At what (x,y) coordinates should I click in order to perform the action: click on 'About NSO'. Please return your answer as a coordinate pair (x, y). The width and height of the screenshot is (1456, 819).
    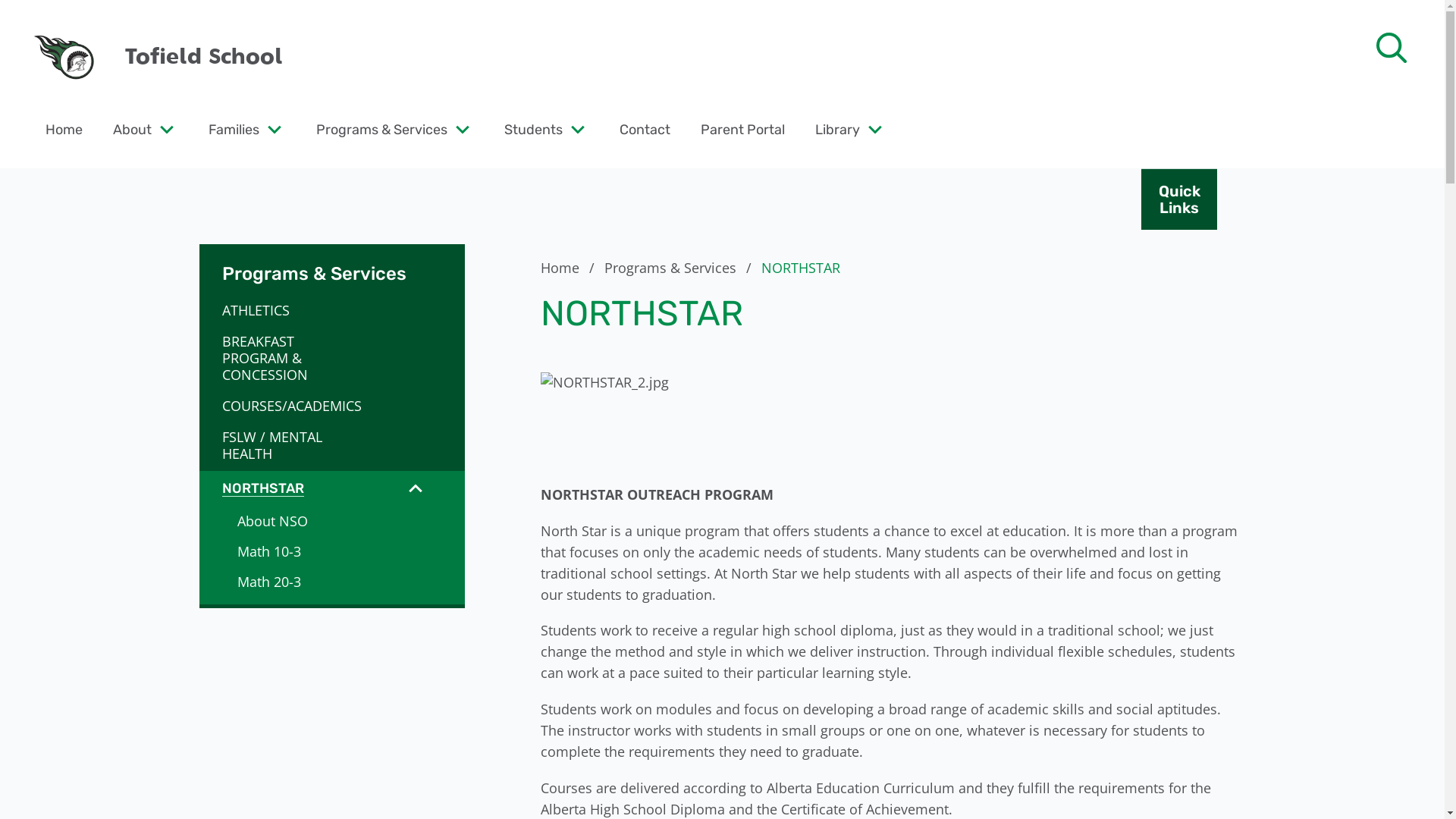
    Looking at the image, I should click on (330, 519).